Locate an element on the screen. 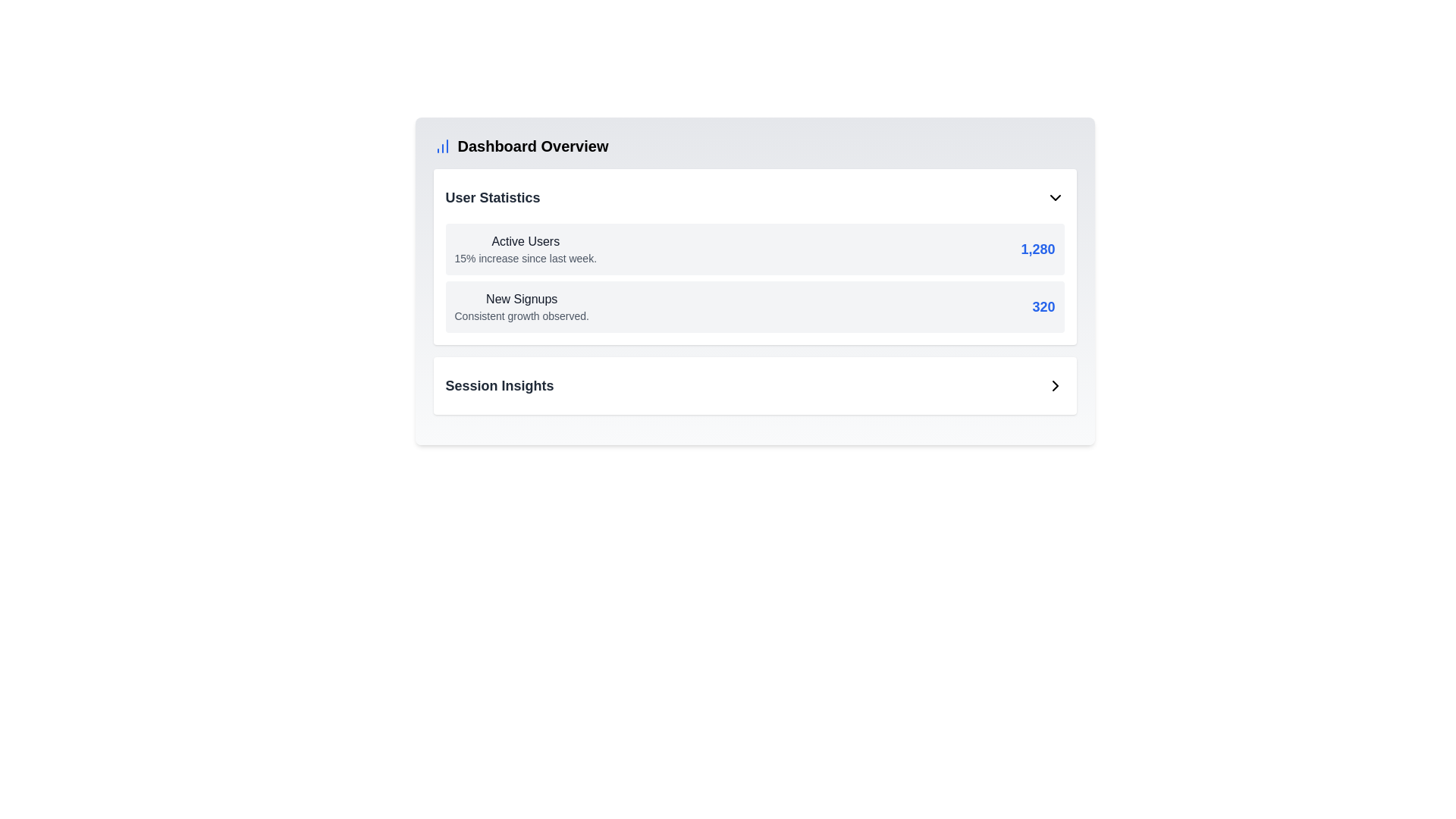 This screenshot has width=1456, height=819. the chevron icon is located at coordinates (1054, 197).